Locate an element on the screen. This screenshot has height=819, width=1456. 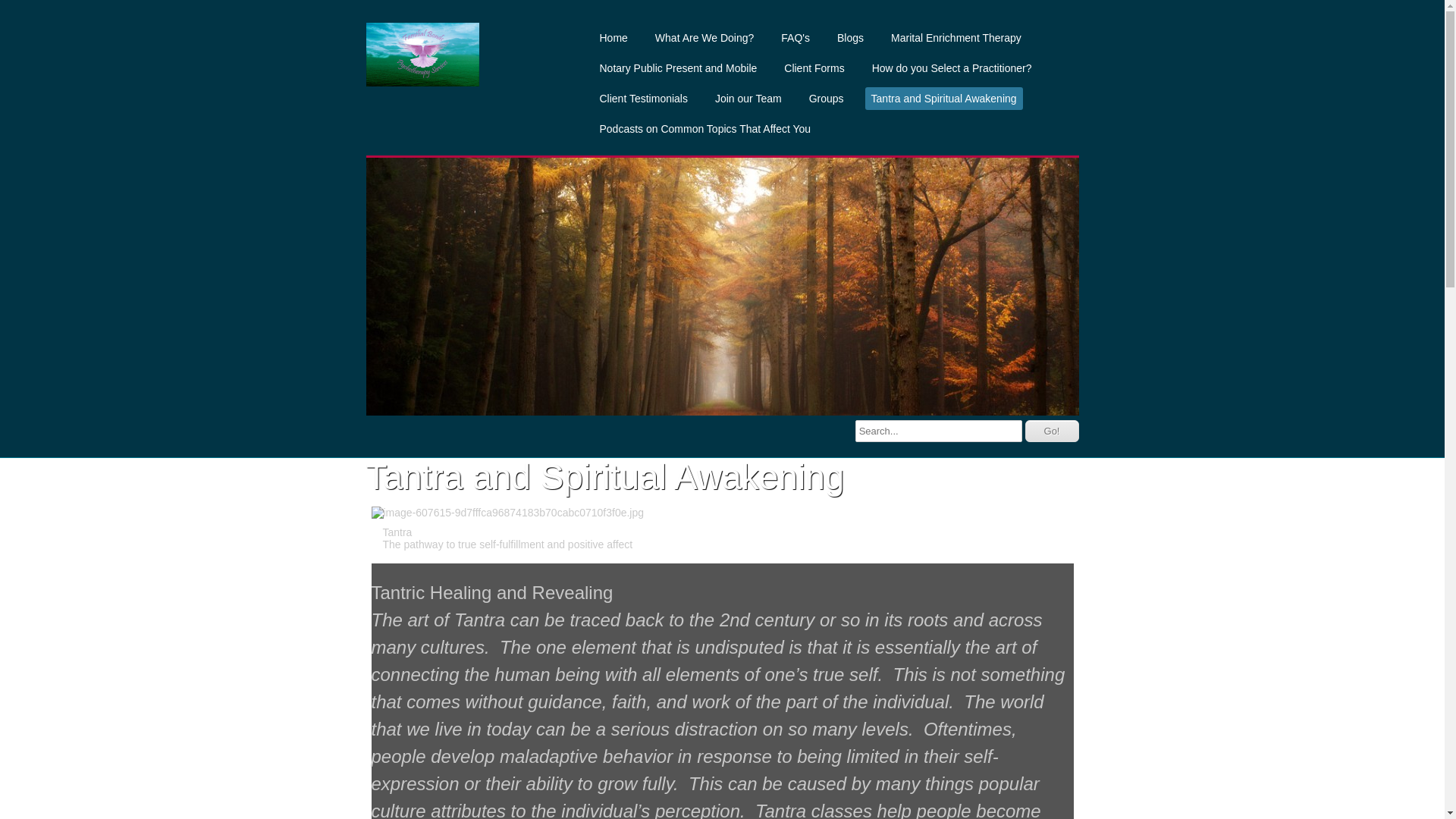
'Client Forms' is located at coordinates (813, 67).